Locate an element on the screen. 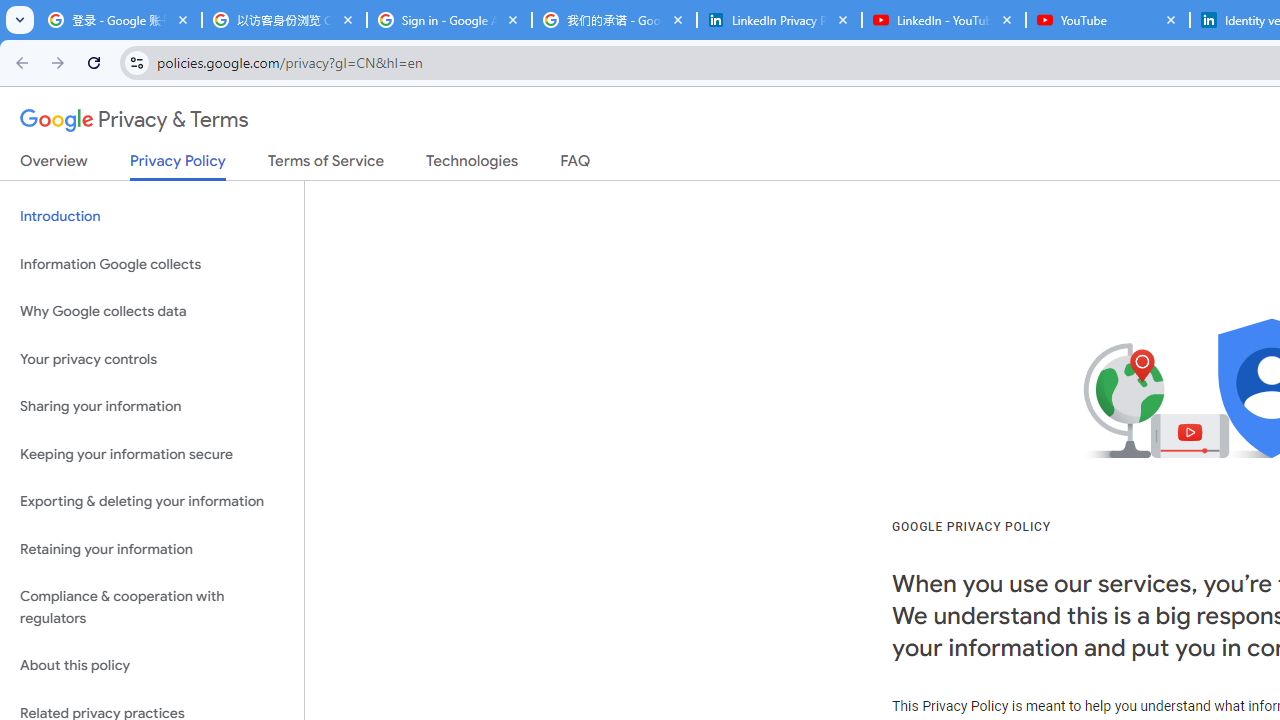 Image resolution: width=1280 pixels, height=720 pixels. 'Your privacy controls' is located at coordinates (151, 358).